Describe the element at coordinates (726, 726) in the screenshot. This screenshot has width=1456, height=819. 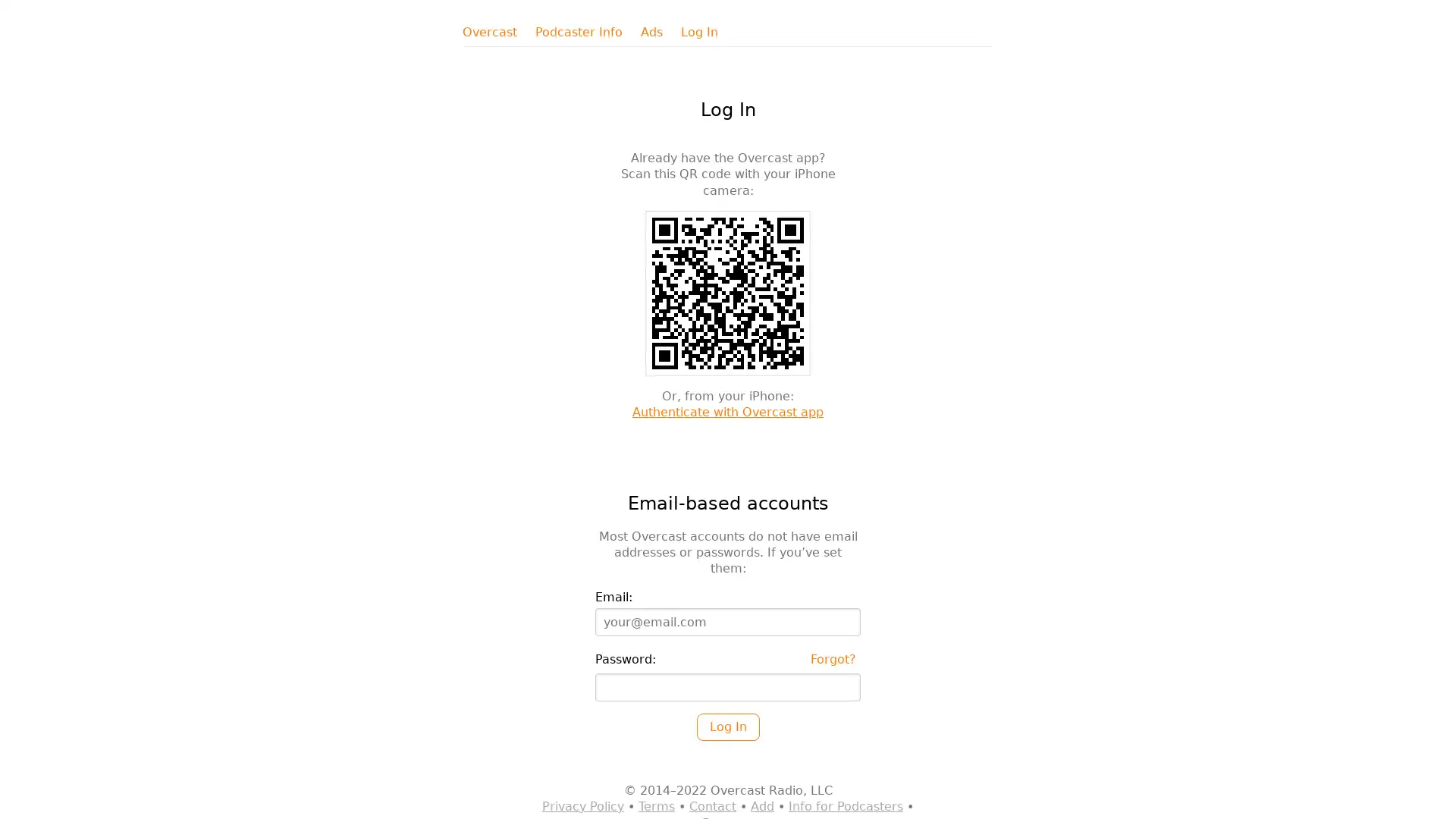
I see `Log In` at that location.